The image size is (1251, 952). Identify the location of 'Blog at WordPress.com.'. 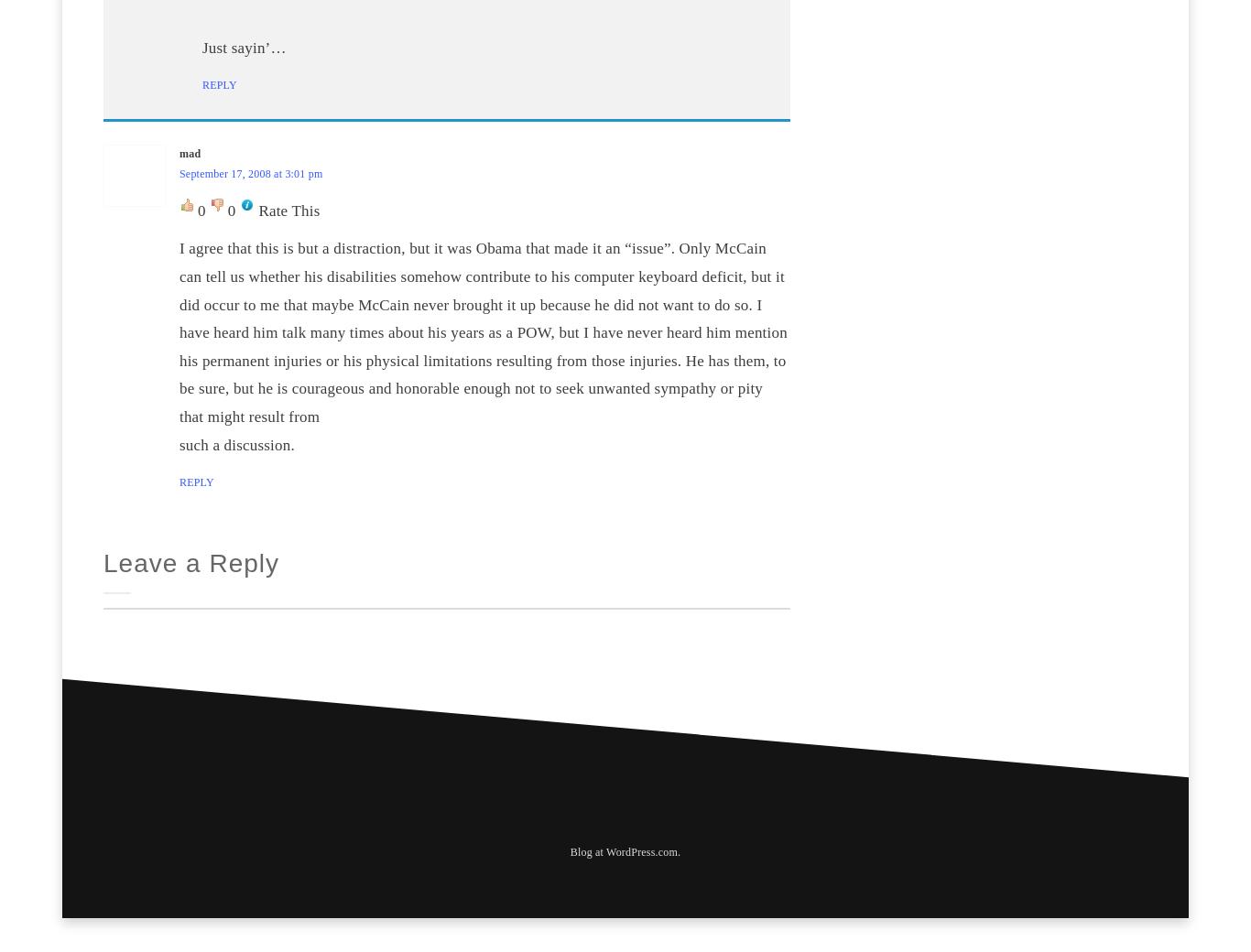
(568, 852).